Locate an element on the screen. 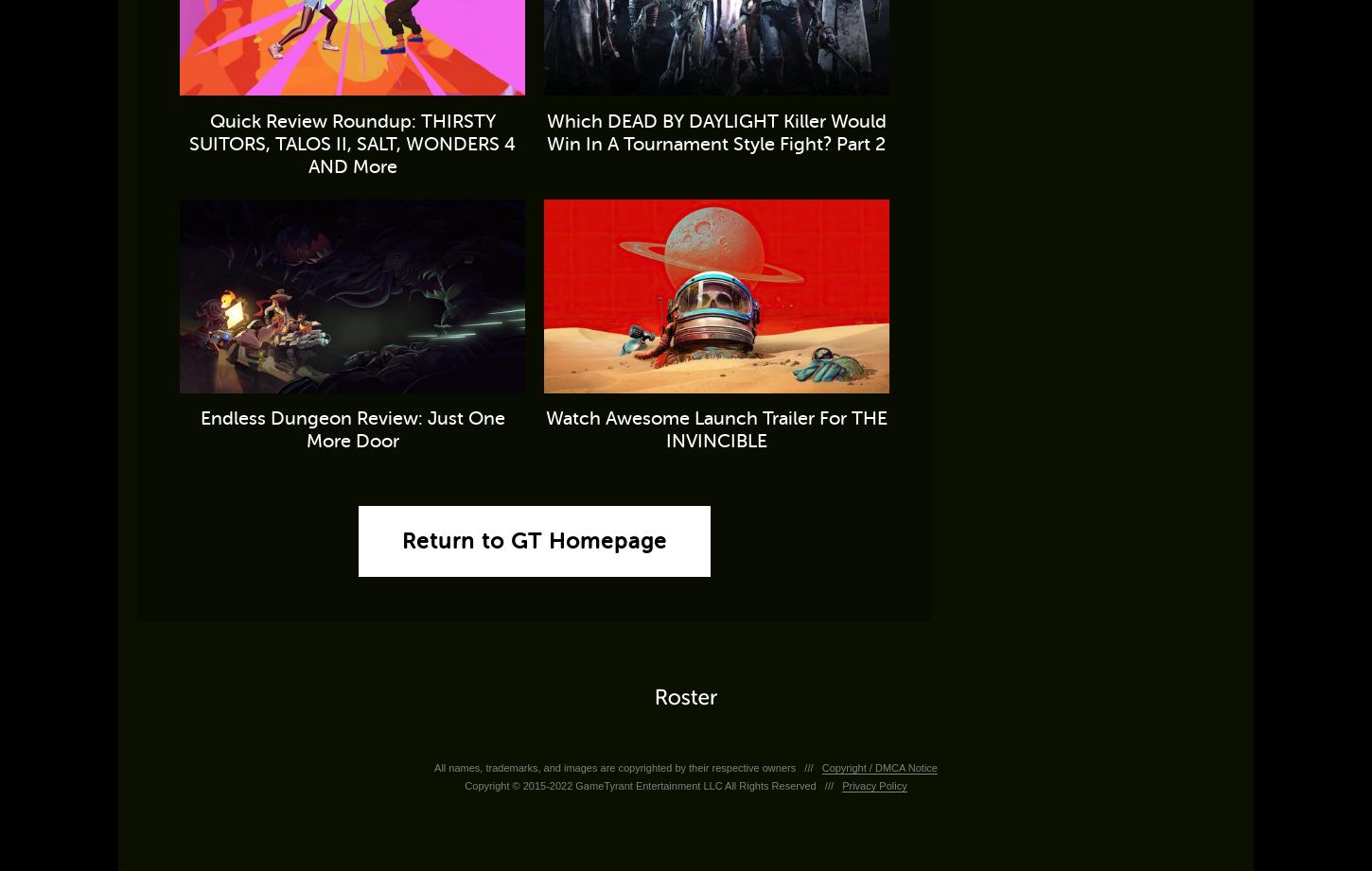 This screenshot has width=1372, height=871. 'Roster' is located at coordinates (684, 697).